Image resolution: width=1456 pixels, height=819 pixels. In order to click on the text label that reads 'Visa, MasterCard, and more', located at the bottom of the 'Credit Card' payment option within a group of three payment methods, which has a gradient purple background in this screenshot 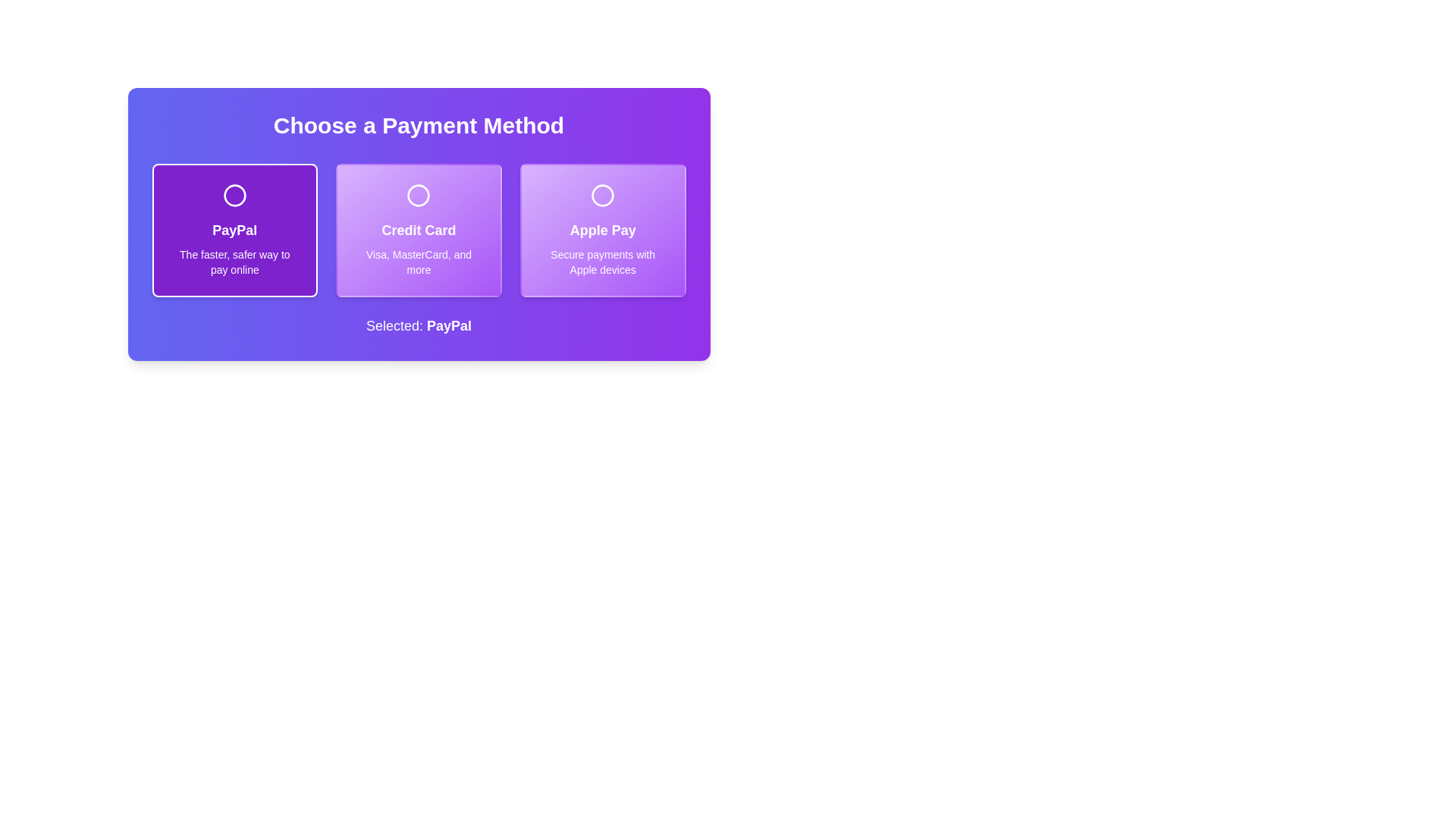, I will do `click(419, 262)`.